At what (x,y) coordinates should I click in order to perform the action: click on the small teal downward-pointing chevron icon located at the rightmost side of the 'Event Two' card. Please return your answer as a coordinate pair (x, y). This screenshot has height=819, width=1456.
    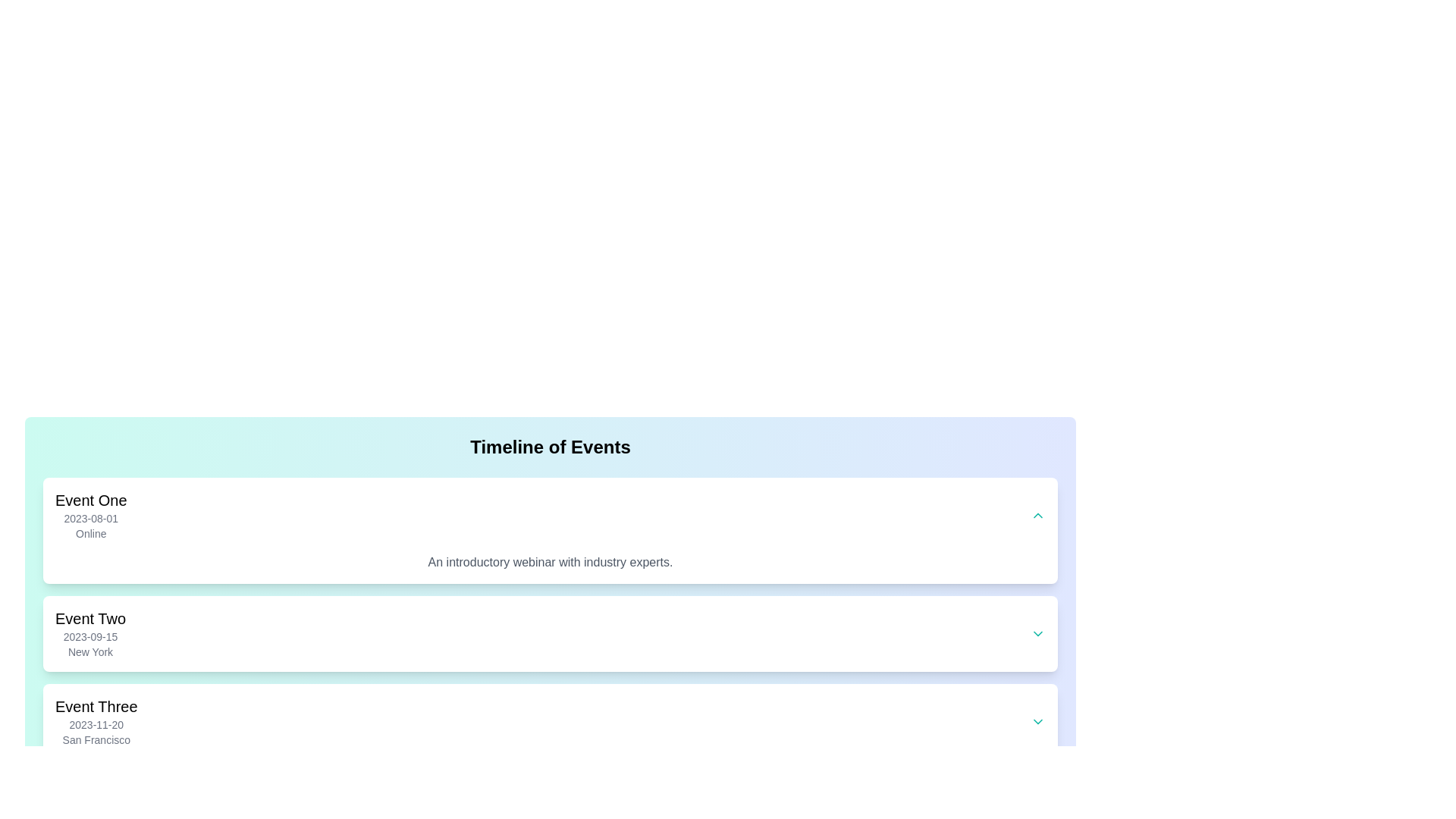
    Looking at the image, I should click on (1037, 634).